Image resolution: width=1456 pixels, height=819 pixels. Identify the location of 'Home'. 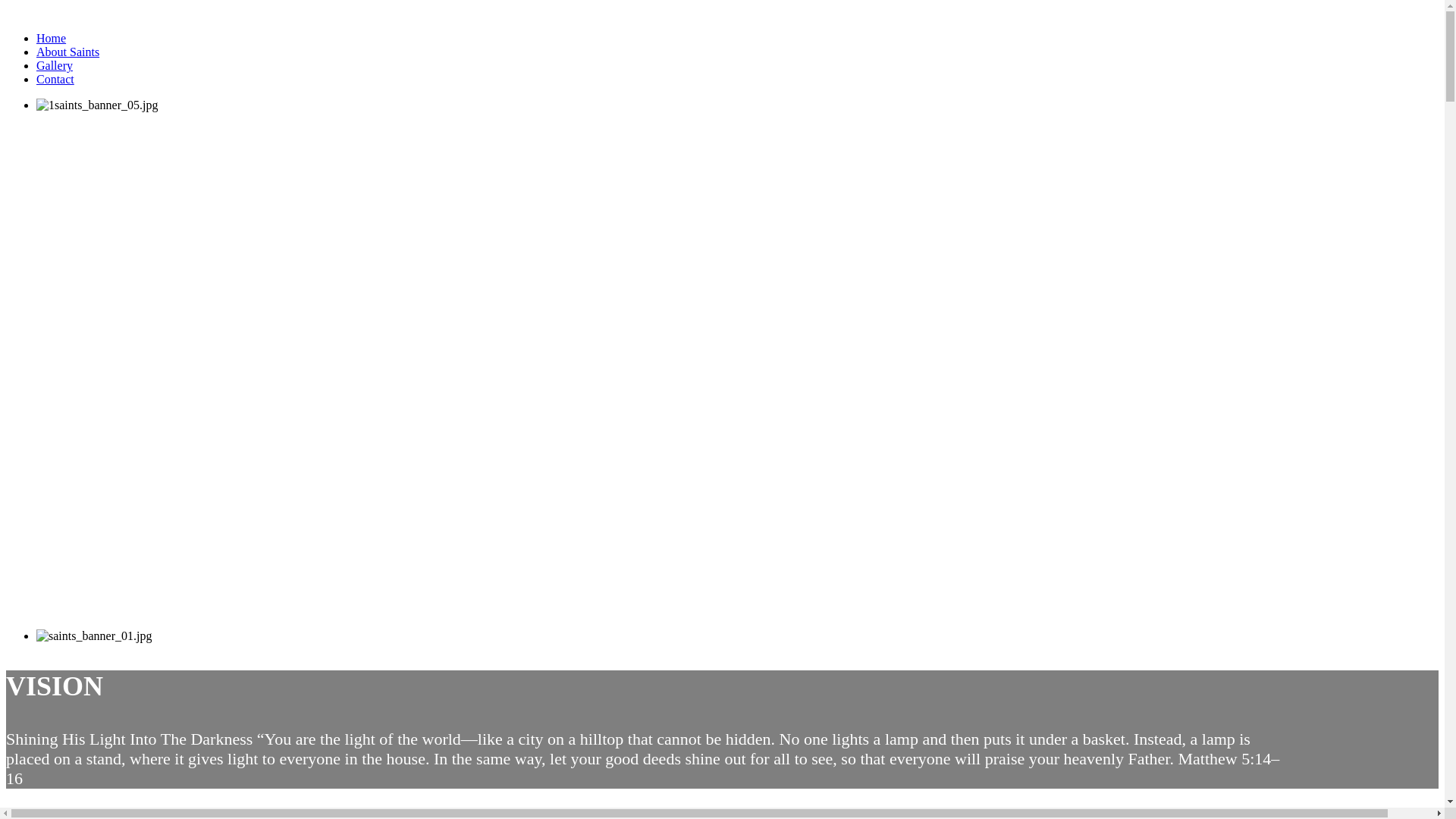
(51, 37).